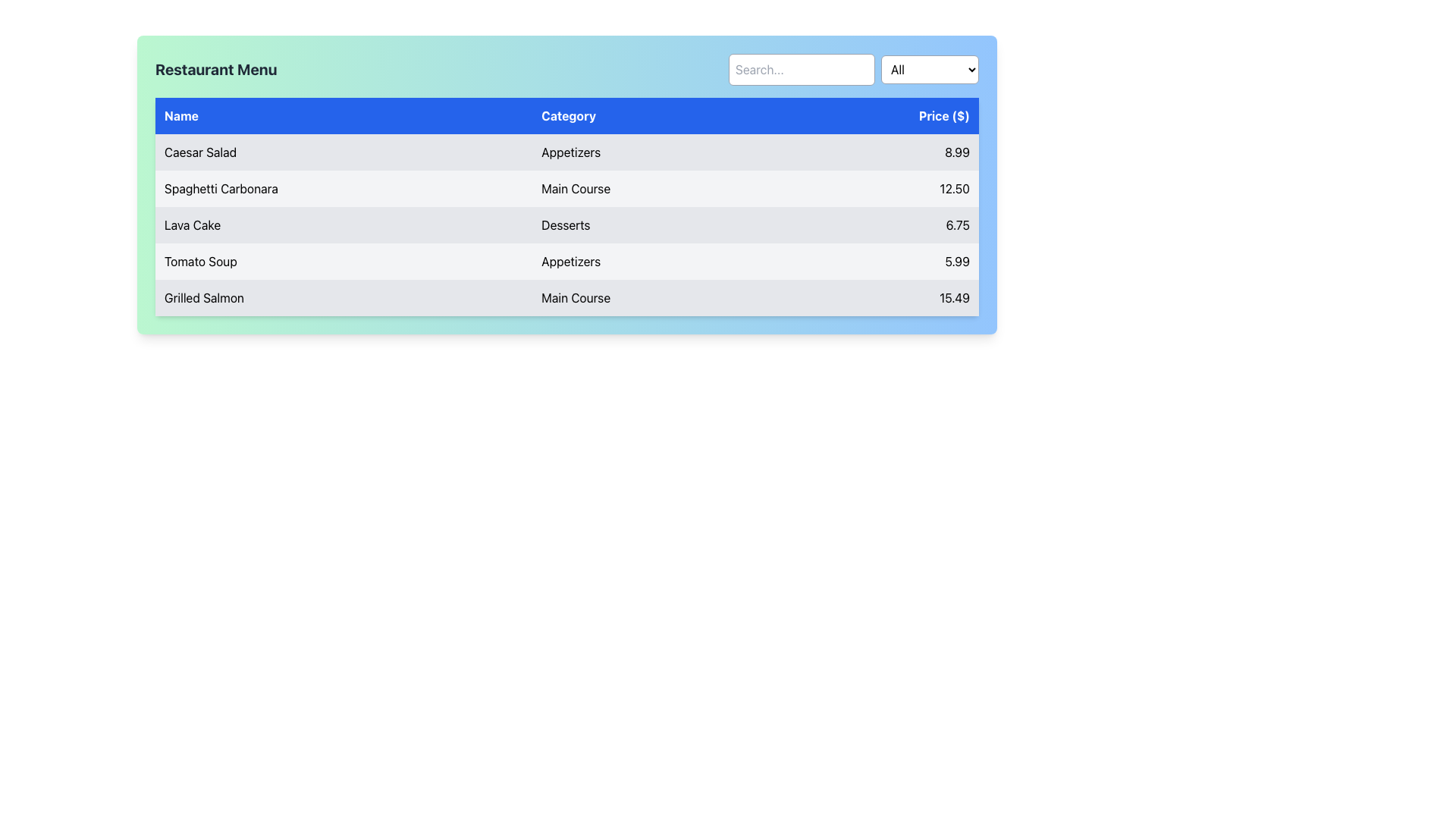 This screenshot has width=1456, height=819. What do you see at coordinates (566, 152) in the screenshot?
I see `the first row of the menu table displaying 'Caesar Salad', 'Appetizers', and '$8.99'` at bounding box center [566, 152].